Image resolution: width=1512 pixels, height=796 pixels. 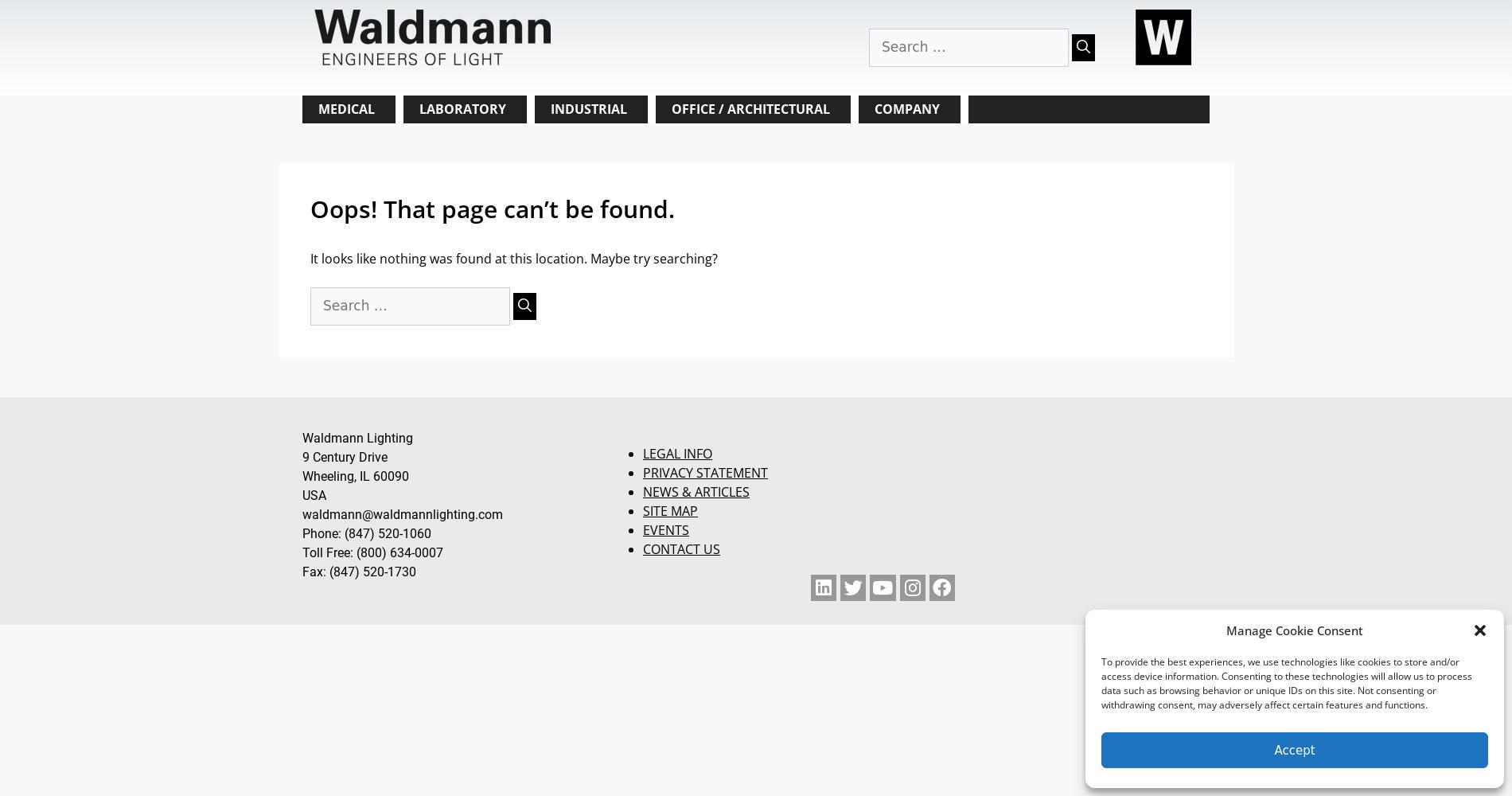 What do you see at coordinates (372, 551) in the screenshot?
I see `'Toll Free: (800) 634-0007'` at bounding box center [372, 551].